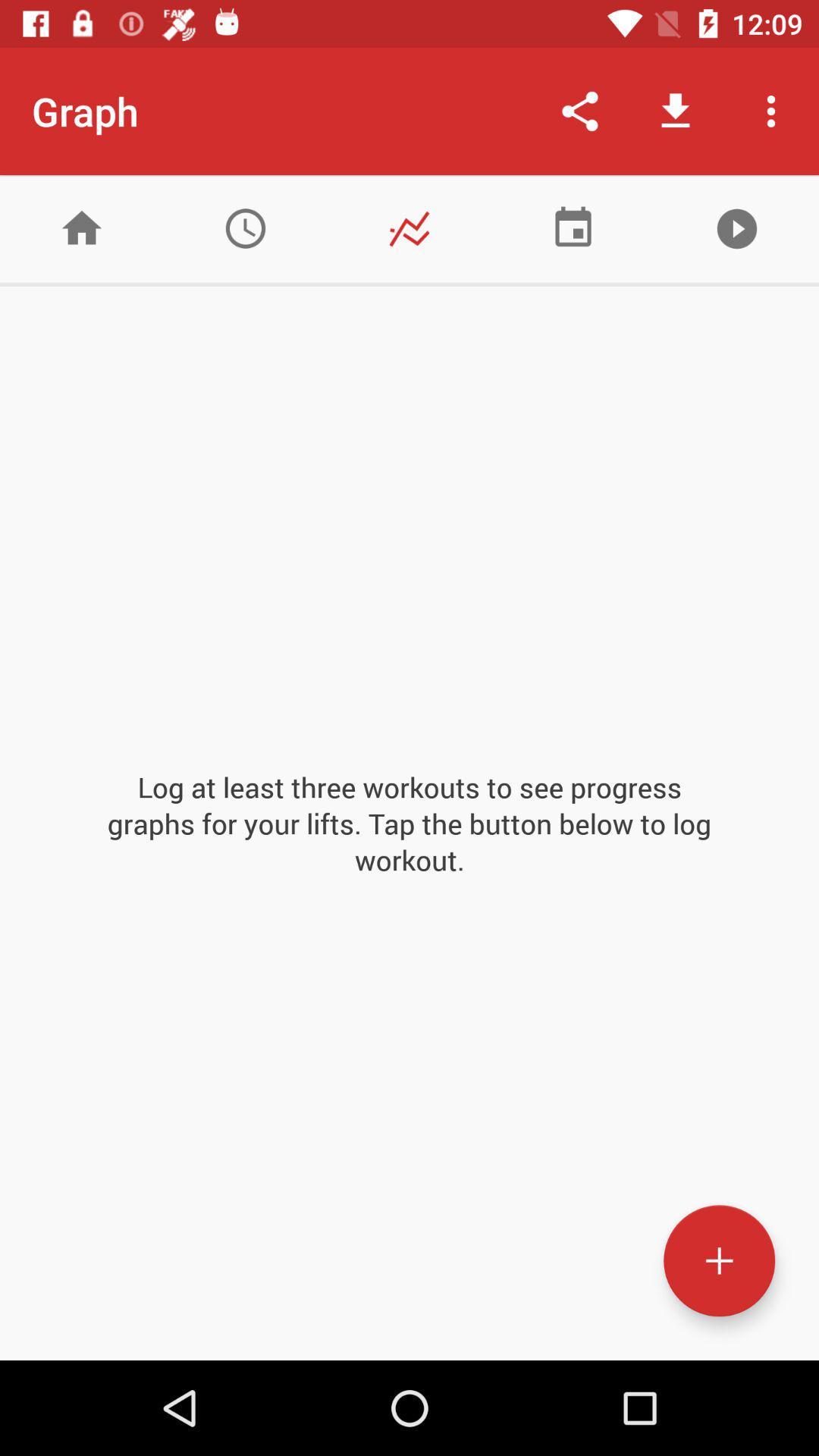 This screenshot has height=1456, width=819. Describe the element at coordinates (409, 227) in the screenshot. I see `graph` at that location.